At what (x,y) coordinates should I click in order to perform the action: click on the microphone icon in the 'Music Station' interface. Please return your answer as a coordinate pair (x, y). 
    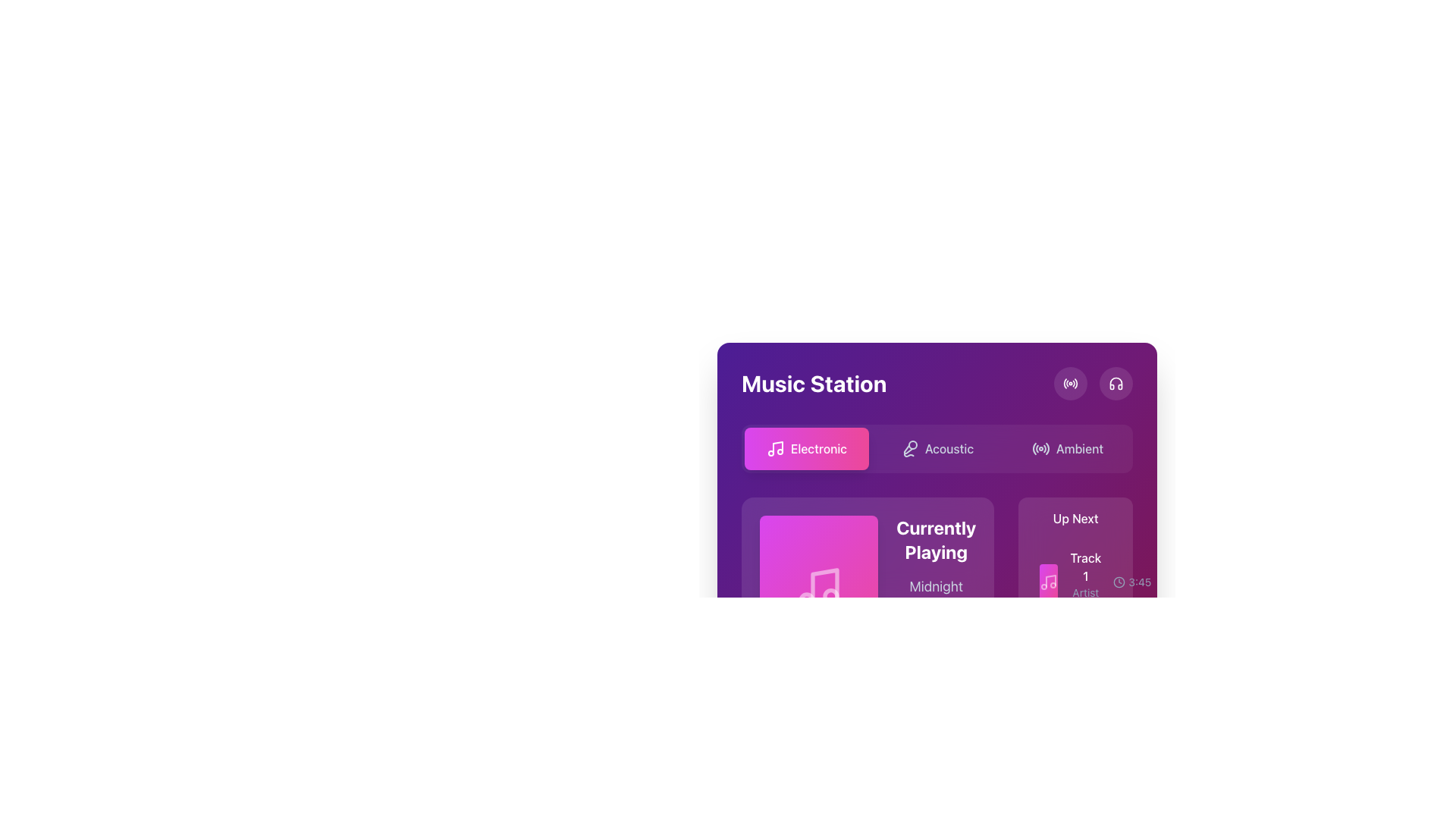
    Looking at the image, I should click on (909, 447).